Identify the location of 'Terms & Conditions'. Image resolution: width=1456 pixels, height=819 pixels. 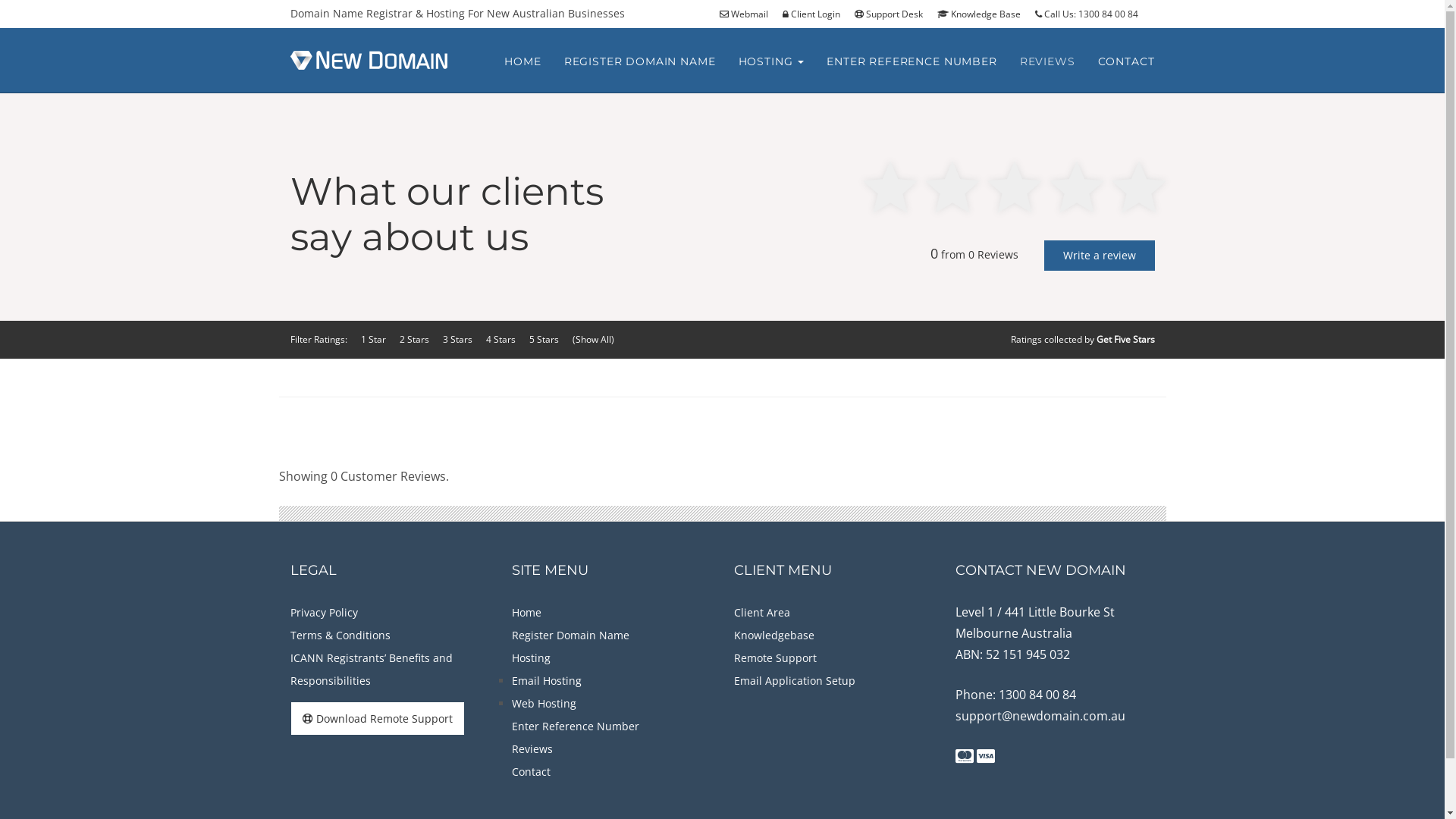
(338, 635).